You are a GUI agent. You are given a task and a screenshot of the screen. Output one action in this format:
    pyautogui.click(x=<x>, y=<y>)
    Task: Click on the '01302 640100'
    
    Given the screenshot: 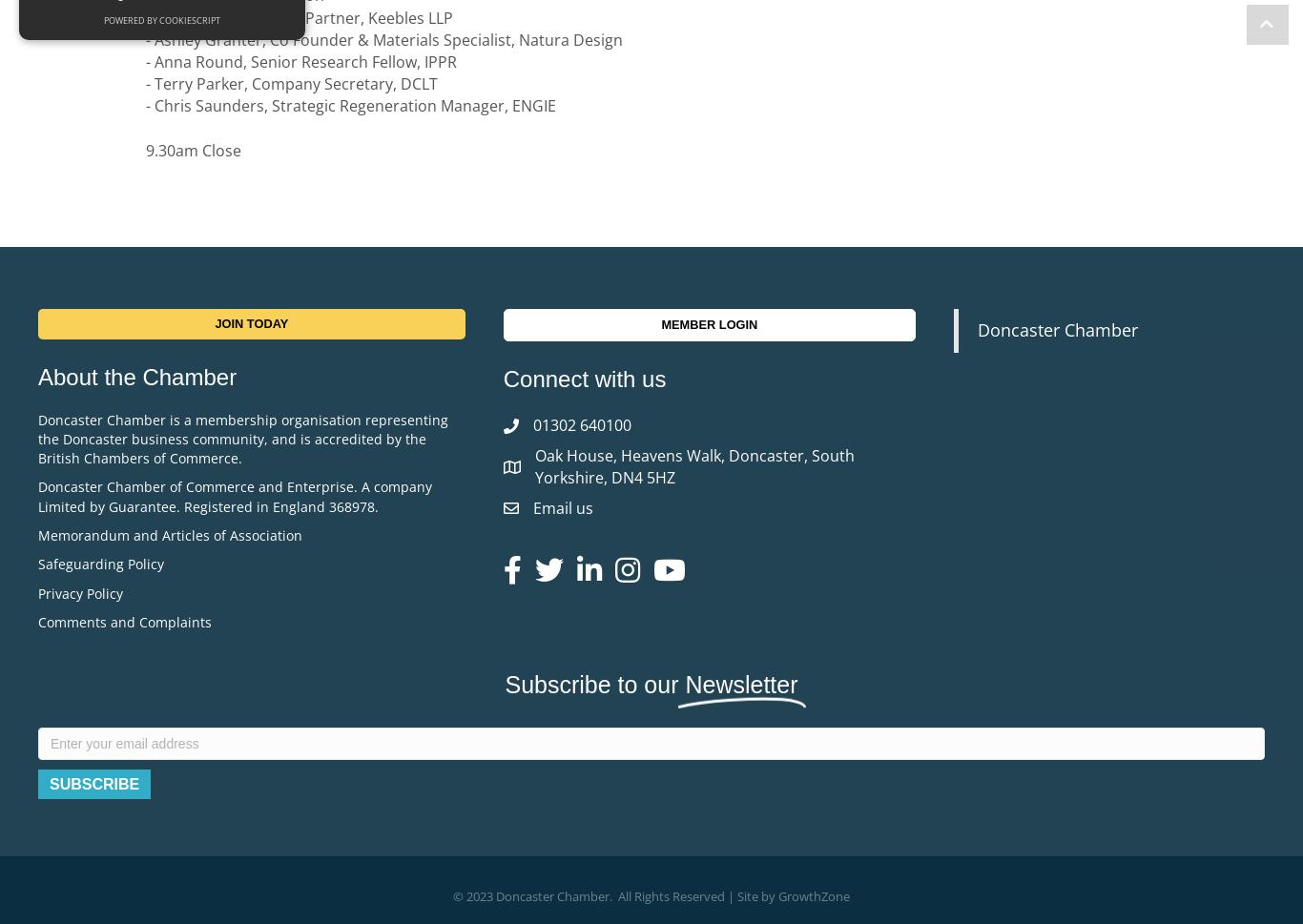 What is the action you would take?
    pyautogui.click(x=580, y=423)
    